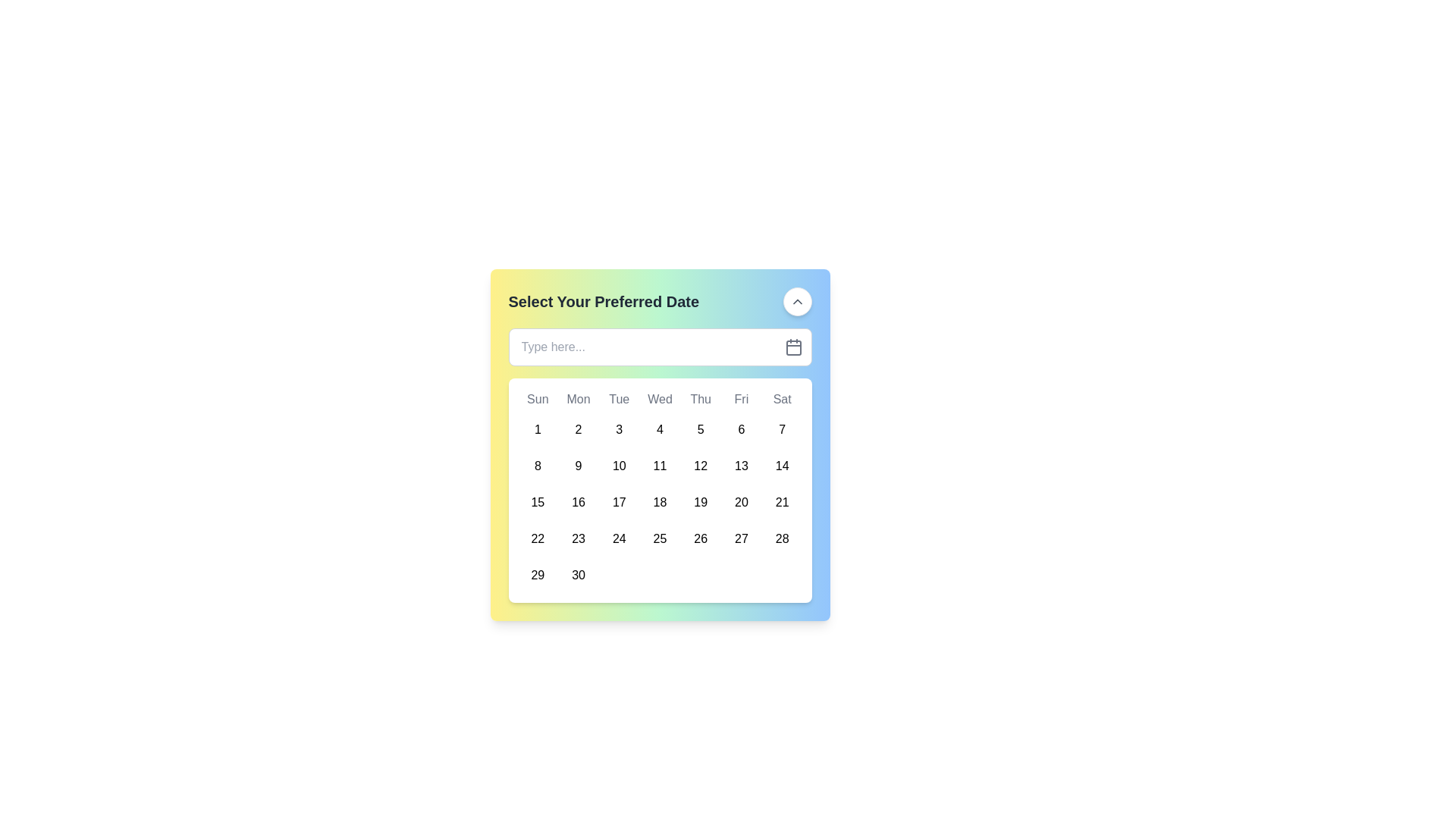 This screenshot has height=819, width=1456. What do you see at coordinates (660, 399) in the screenshot?
I see `the static text label representing 'Wed' in the calendar interface, which is the fourth element in a horizontal sequence of days` at bounding box center [660, 399].